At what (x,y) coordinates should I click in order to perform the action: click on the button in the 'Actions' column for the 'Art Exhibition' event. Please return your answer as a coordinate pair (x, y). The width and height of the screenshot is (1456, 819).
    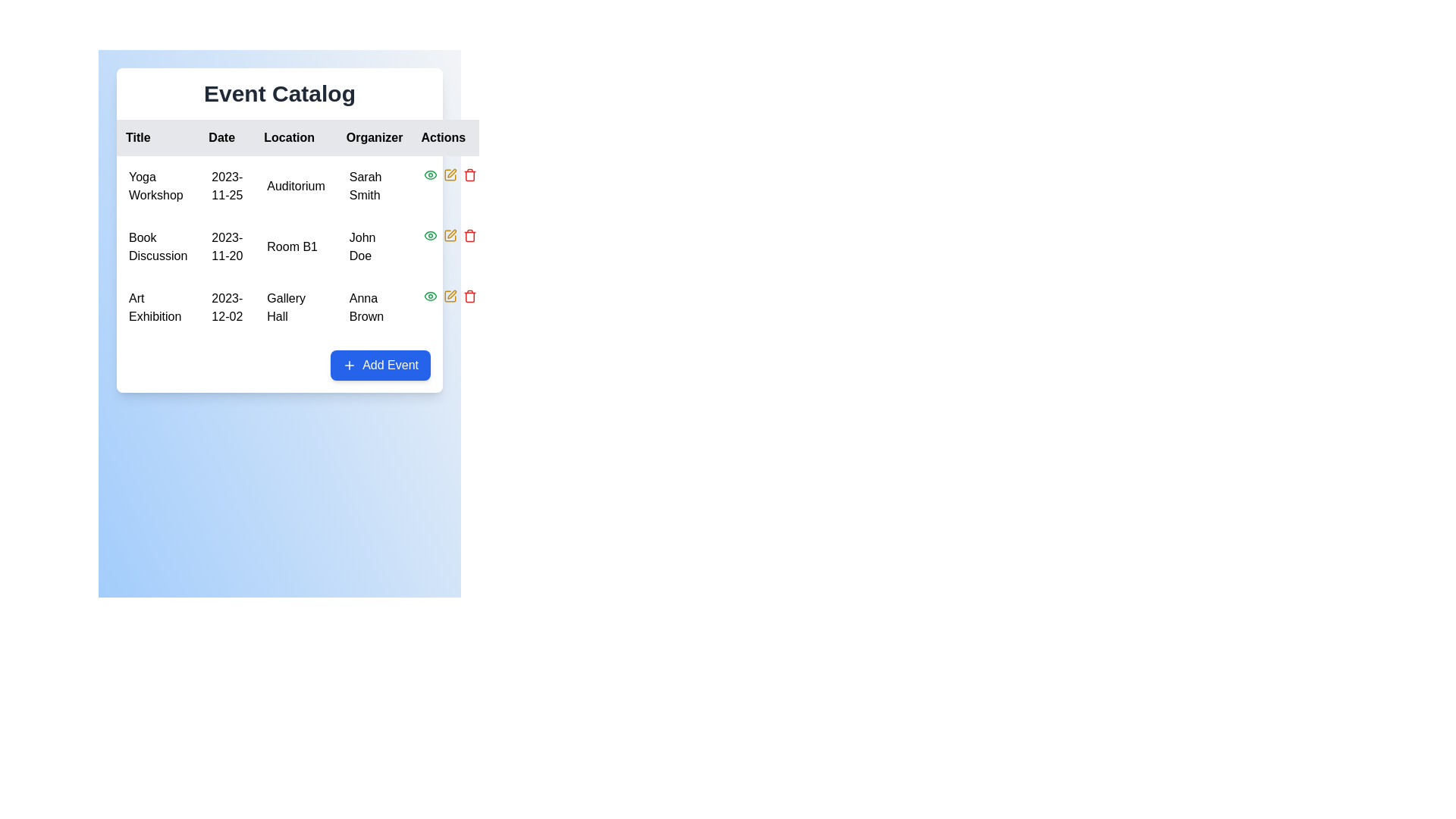
    Looking at the image, I should click on (469, 296).